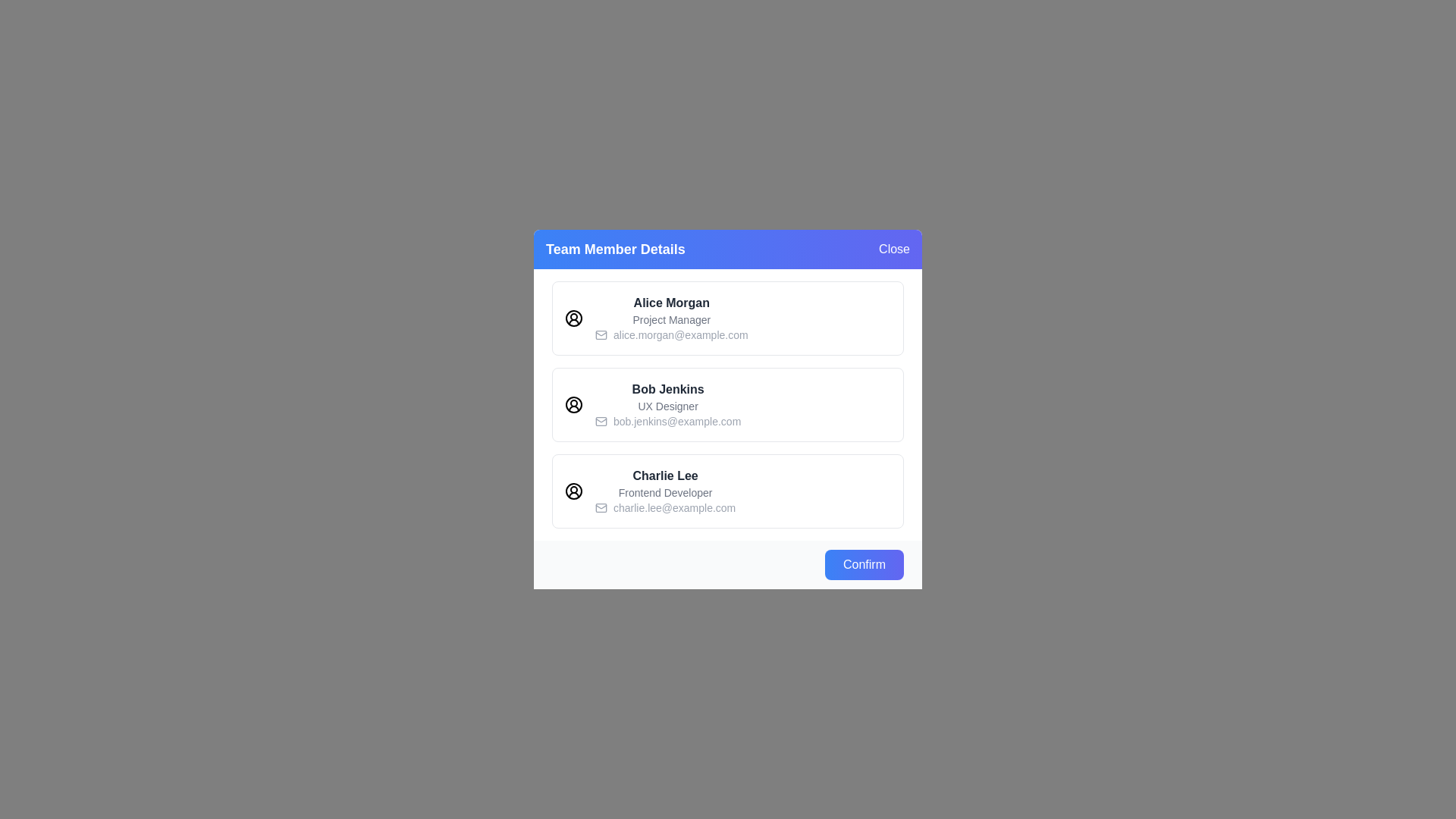 The image size is (1456, 819). I want to click on the email address 'bob.jenkins@example.com' in the Information Card for Bob Jenkins to copy it, so click(728, 409).